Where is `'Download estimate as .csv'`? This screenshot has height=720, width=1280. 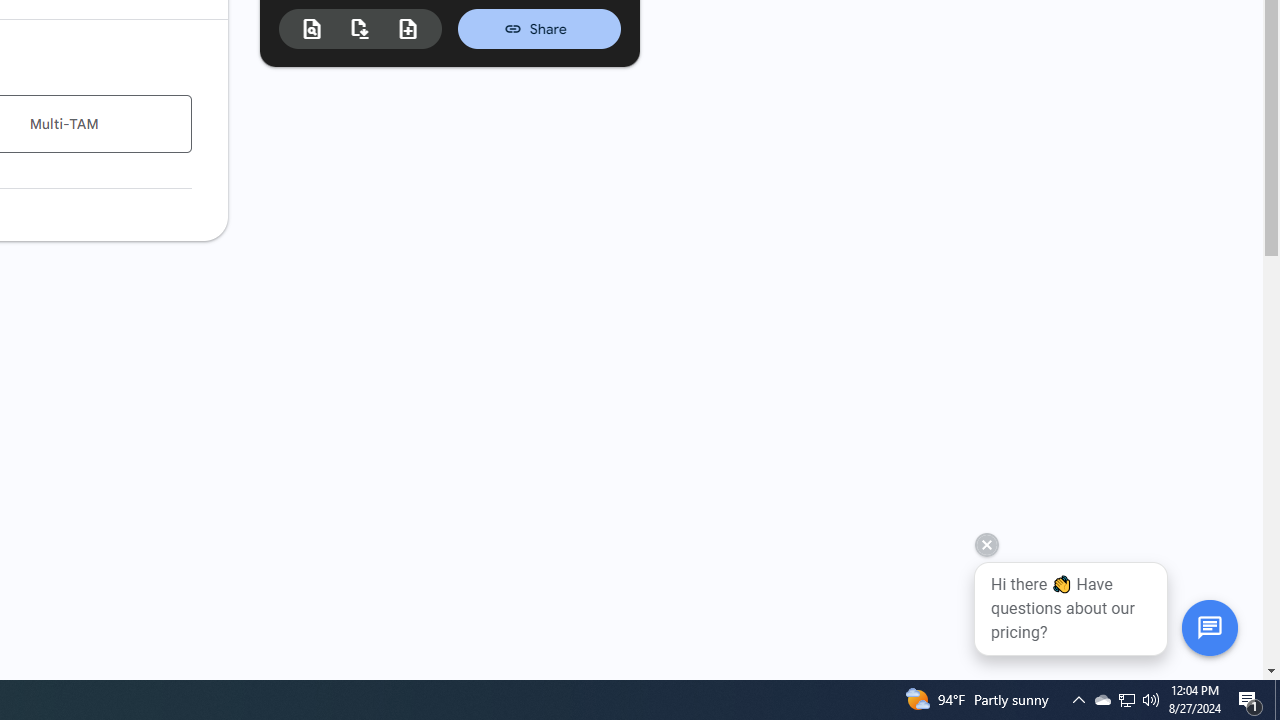
'Download estimate as .csv' is located at coordinates (360, 28).